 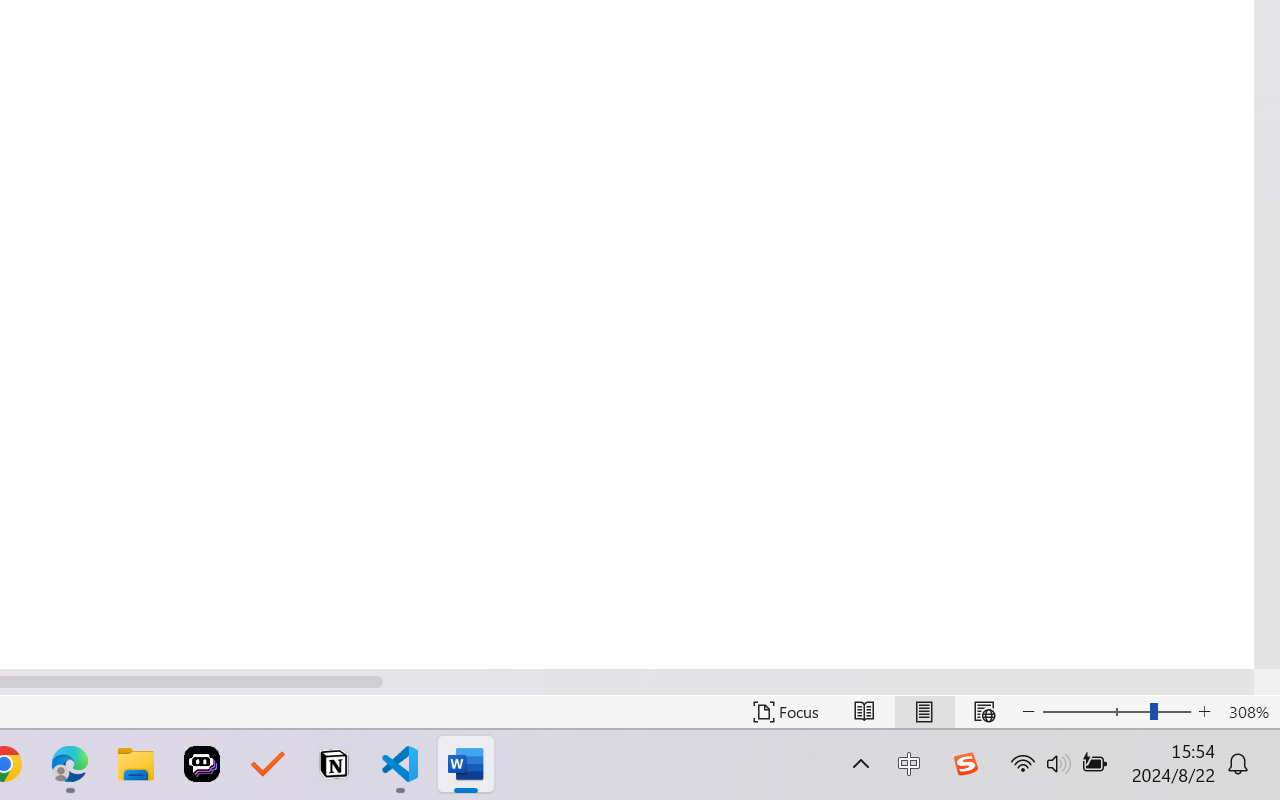 I want to click on 'Zoom 308%', so click(x=1248, y=711).